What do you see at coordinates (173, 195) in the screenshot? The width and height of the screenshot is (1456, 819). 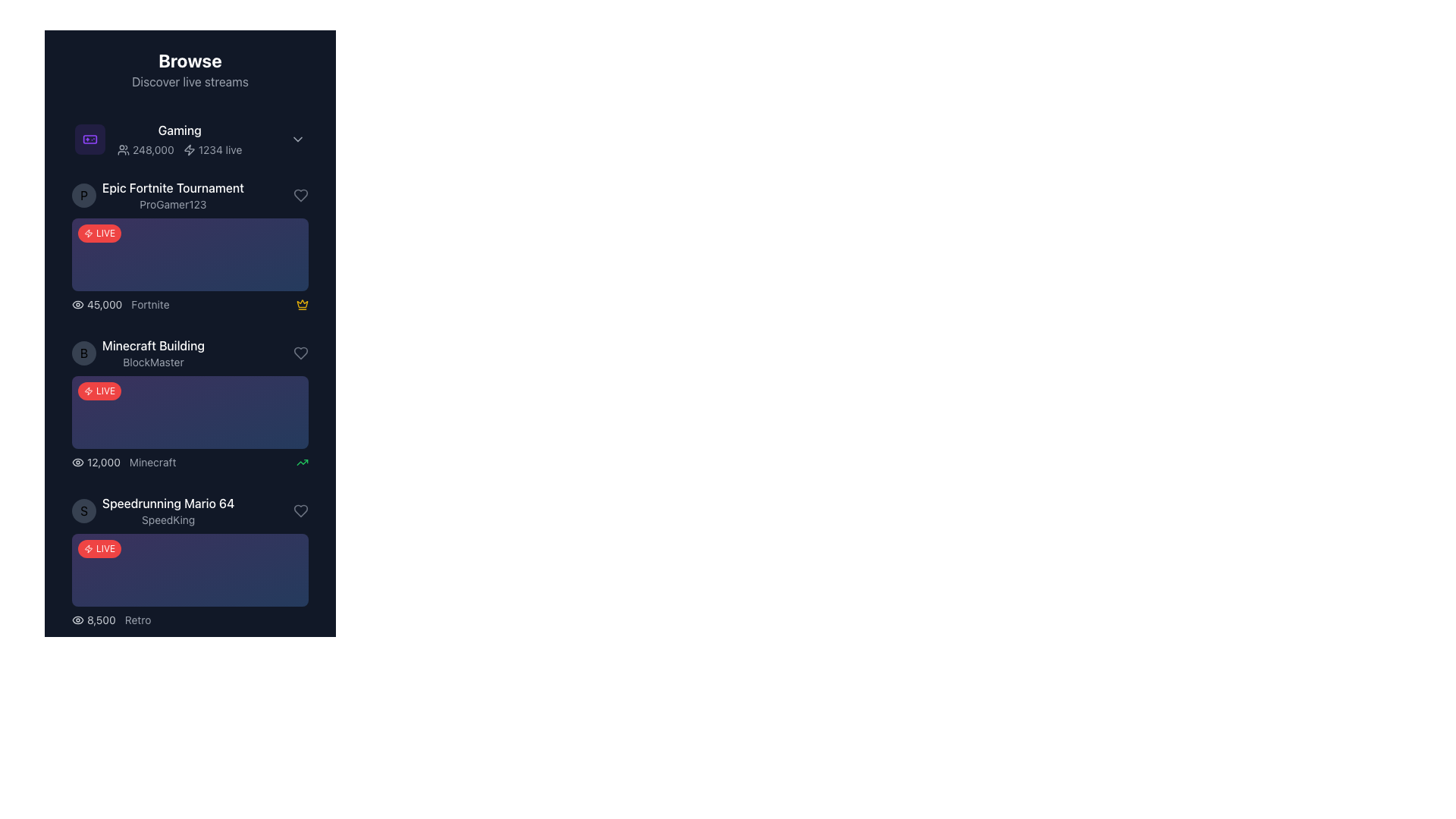 I see `the text block displaying the title of the streaming session and the username of the streamer, positioned below the 'Gaming' title and the avatar icon labeled 'P', and above the red badge labeled 'LIVE'` at bounding box center [173, 195].